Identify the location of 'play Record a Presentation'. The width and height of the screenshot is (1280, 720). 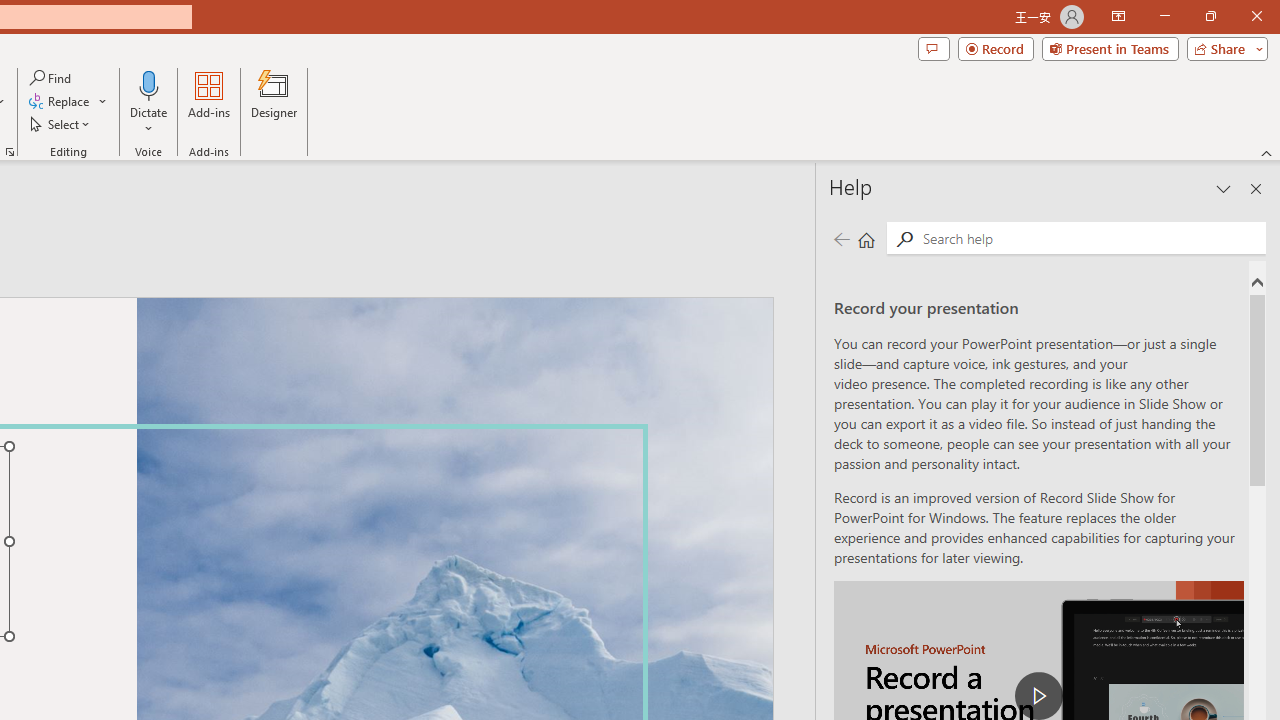
(1038, 694).